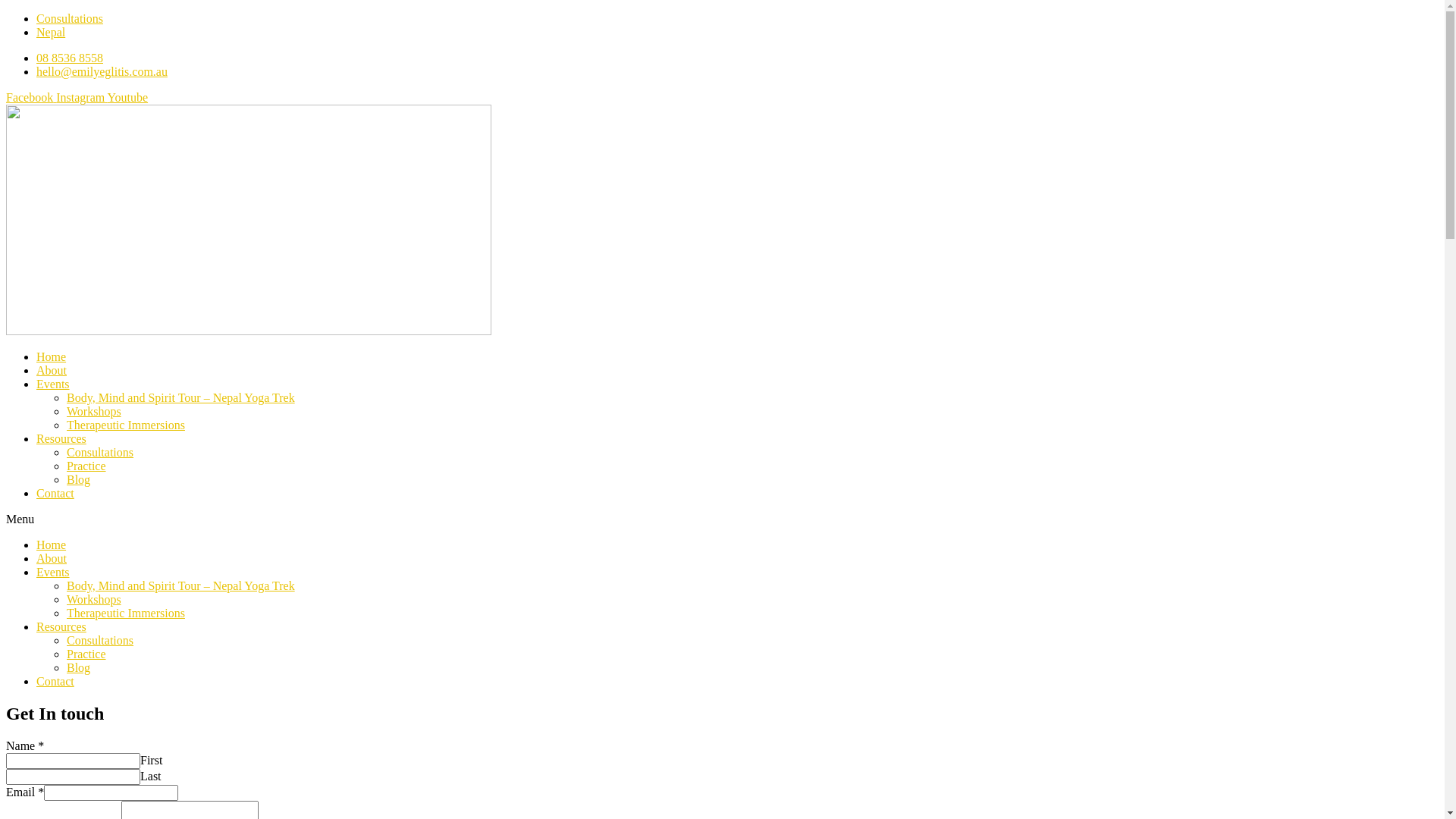 The image size is (1456, 819). What do you see at coordinates (36, 71) in the screenshot?
I see `'hello@emilyeglitis.com.au'` at bounding box center [36, 71].